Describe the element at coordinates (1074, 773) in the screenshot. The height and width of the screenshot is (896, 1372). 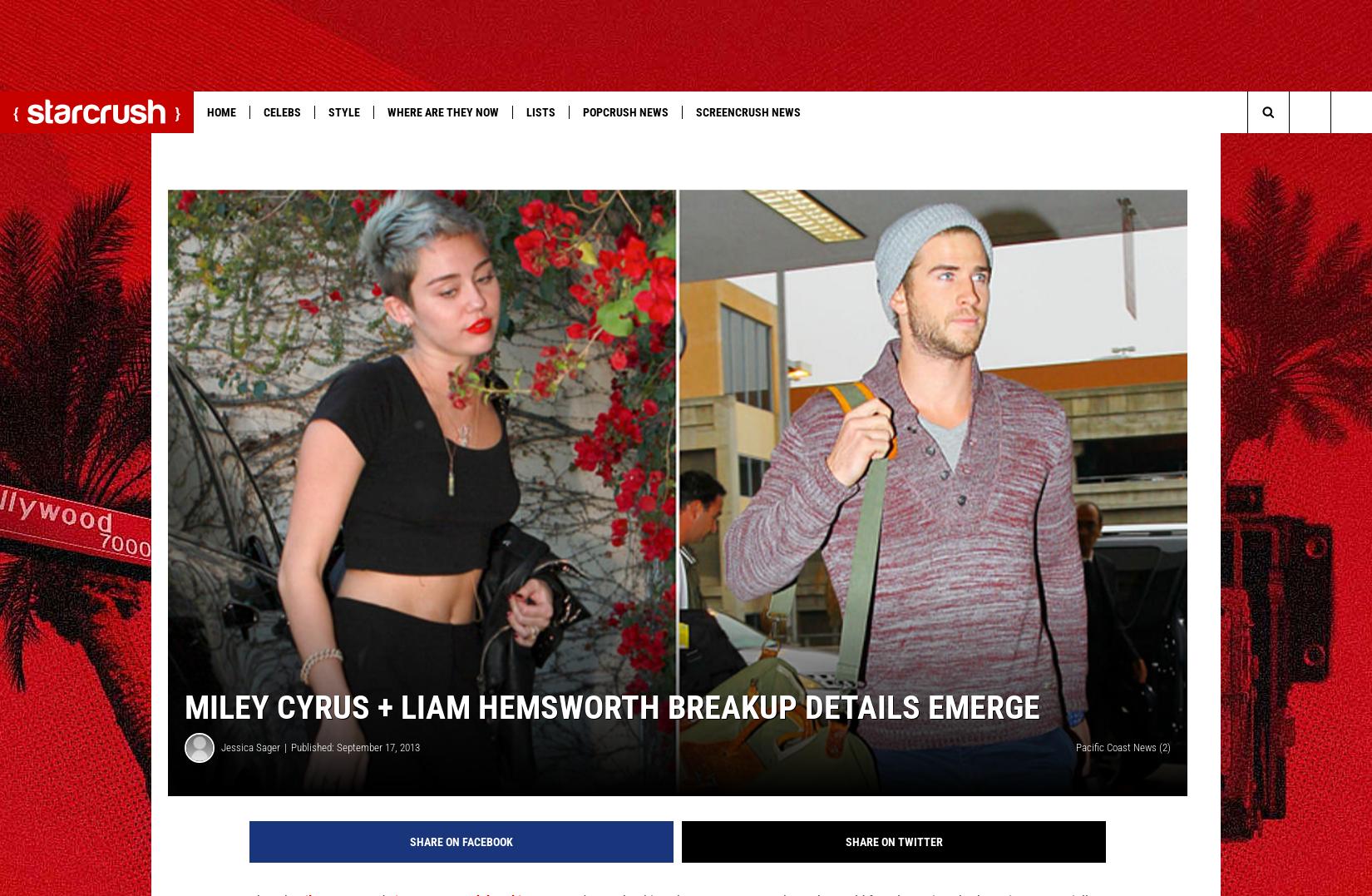
I see `'Pacific Coast News (2)'` at that location.